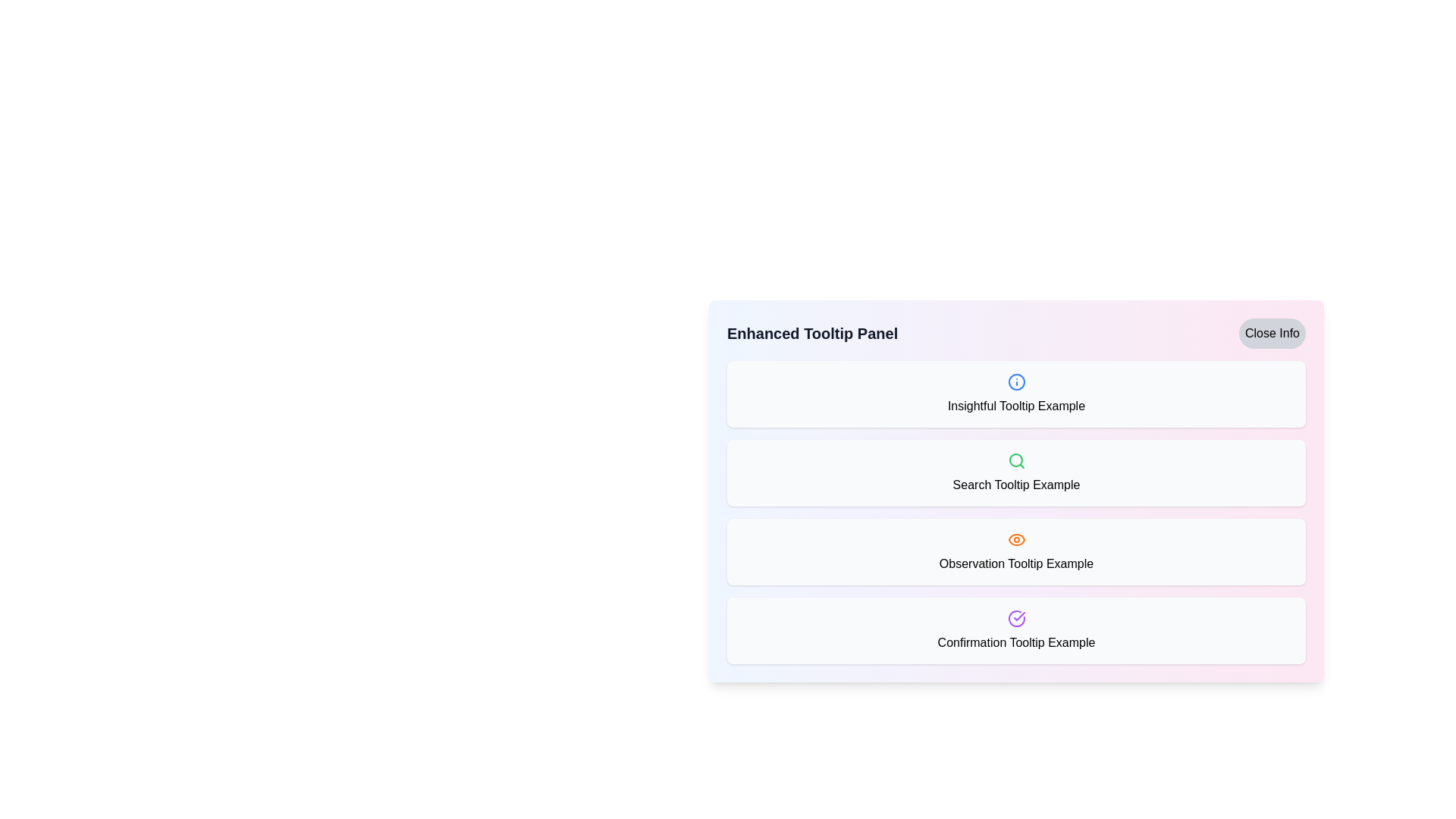 The height and width of the screenshot is (819, 1456). I want to click on description of the confirmation tooltip card, which is the fourth card in the vertical stack of the 'Enhanced Tooltip Panel' section, so click(1016, 631).